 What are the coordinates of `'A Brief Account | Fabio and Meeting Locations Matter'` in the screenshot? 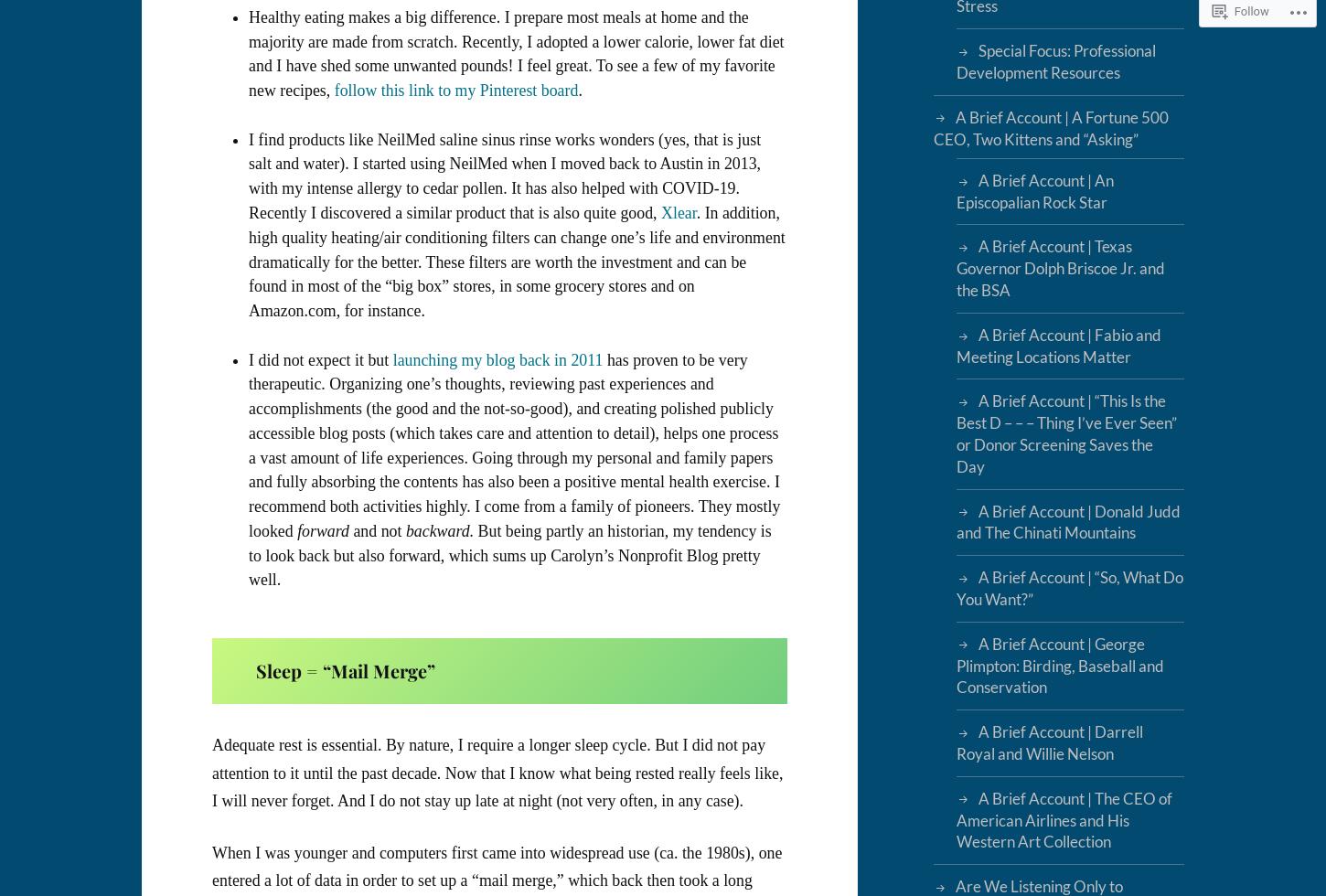 It's located at (1057, 345).